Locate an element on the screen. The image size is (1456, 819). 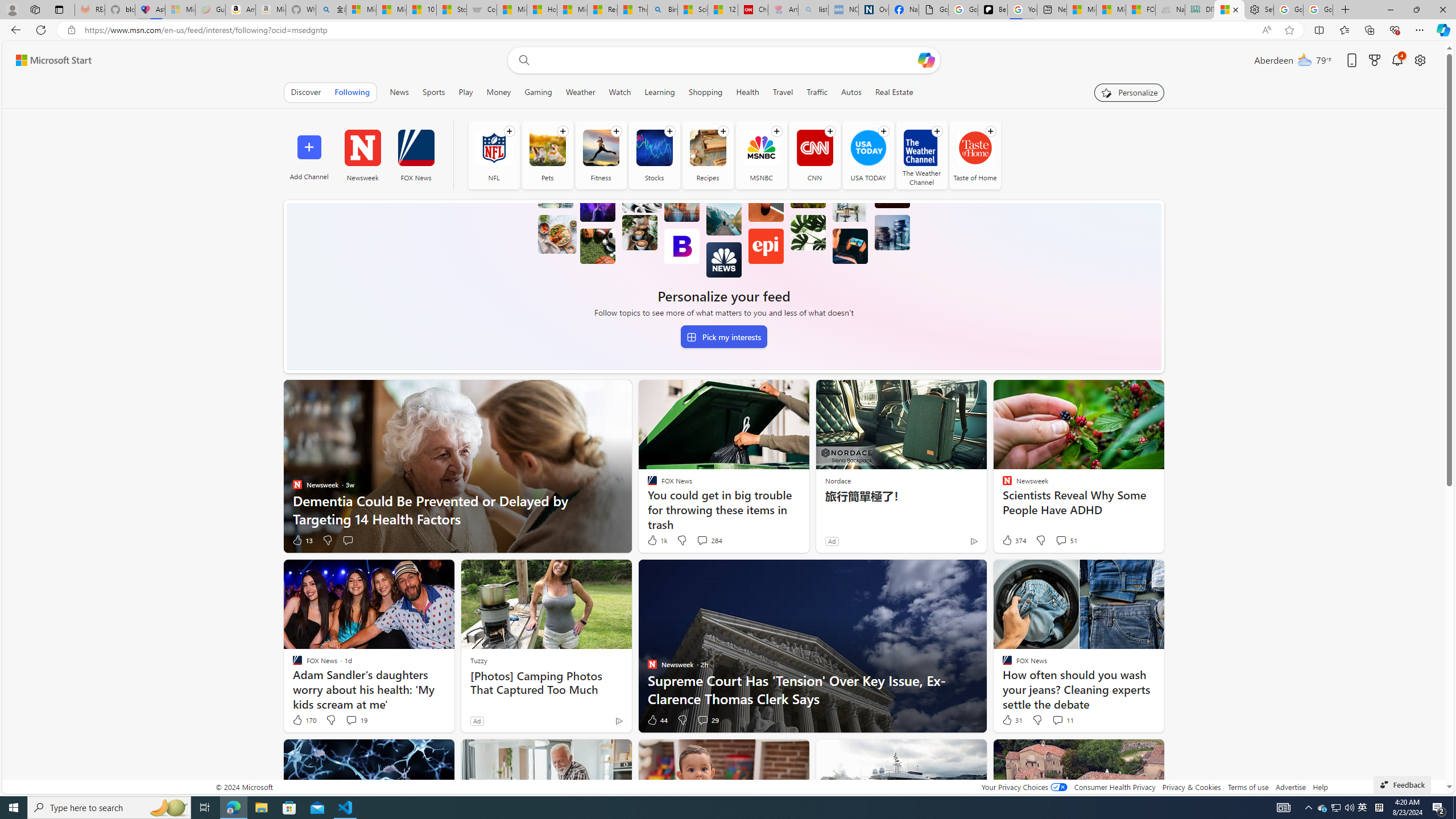
'Google Analytics Opt-out Browser Add-on Download Page' is located at coordinates (934, 9).